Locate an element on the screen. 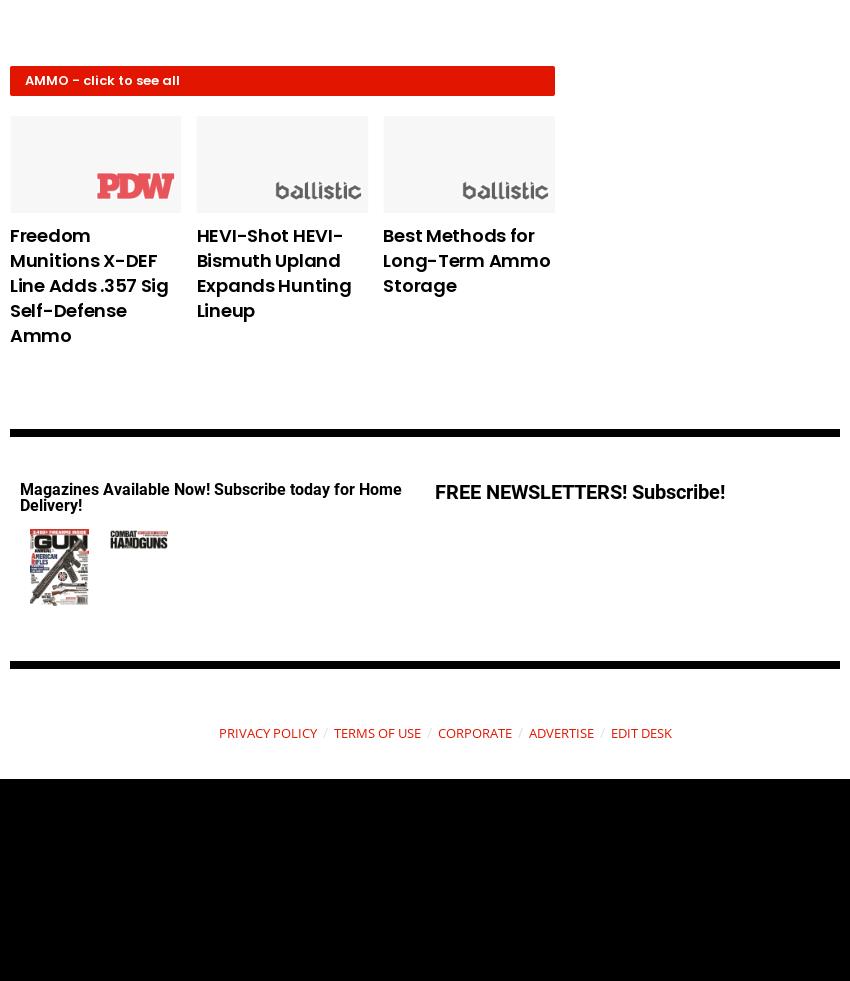 The height and width of the screenshot is (981, 850). 'HEVI-Shot HEVI-Bismuth Upland Expands Hunting Lineup' is located at coordinates (272, 271).